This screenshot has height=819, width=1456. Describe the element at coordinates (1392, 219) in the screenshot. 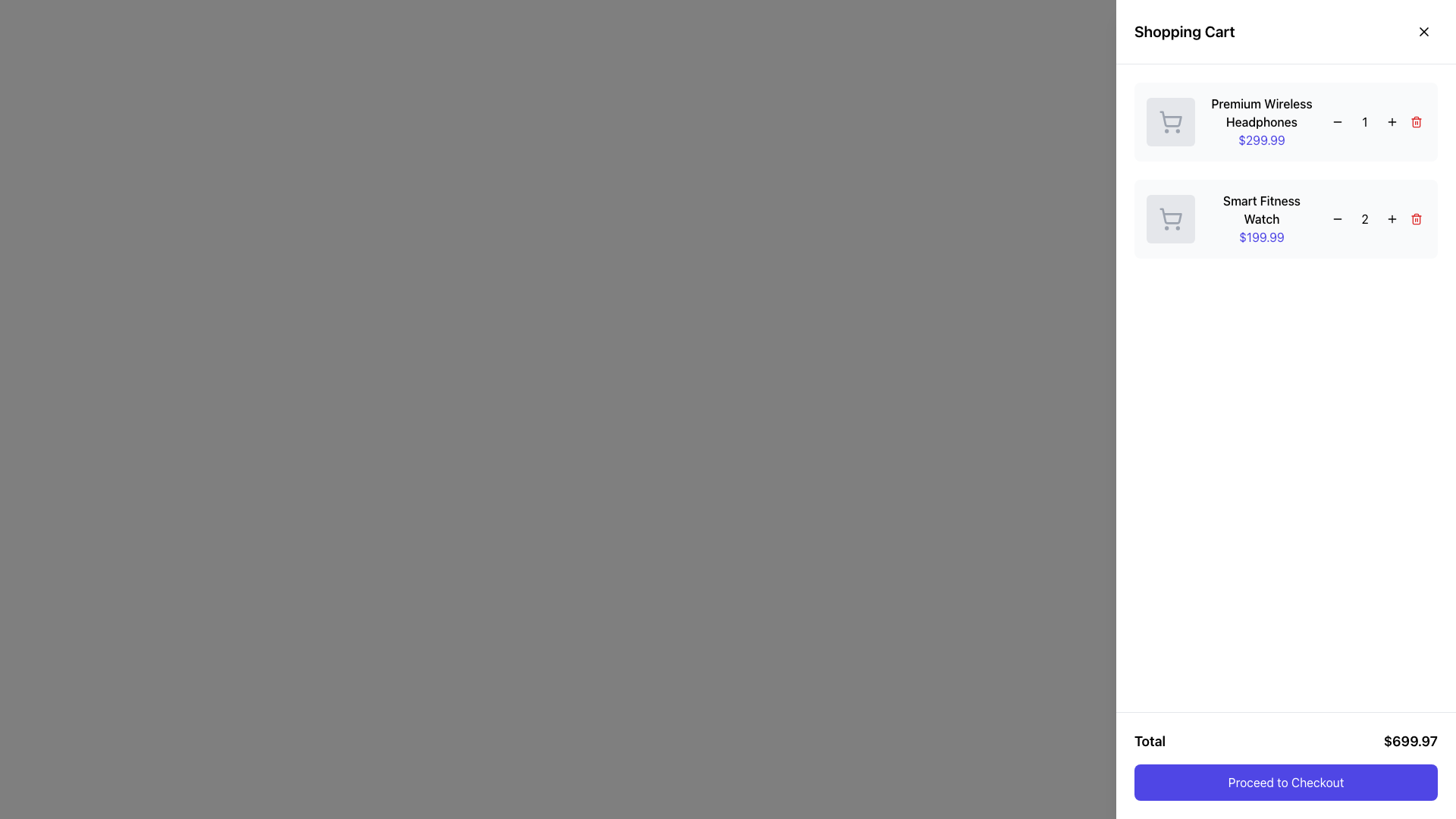

I see `the plus button located next to the quantity indicator for the 'Smart Fitness Watch' in the shopping cart interface for keyboard interaction` at that location.